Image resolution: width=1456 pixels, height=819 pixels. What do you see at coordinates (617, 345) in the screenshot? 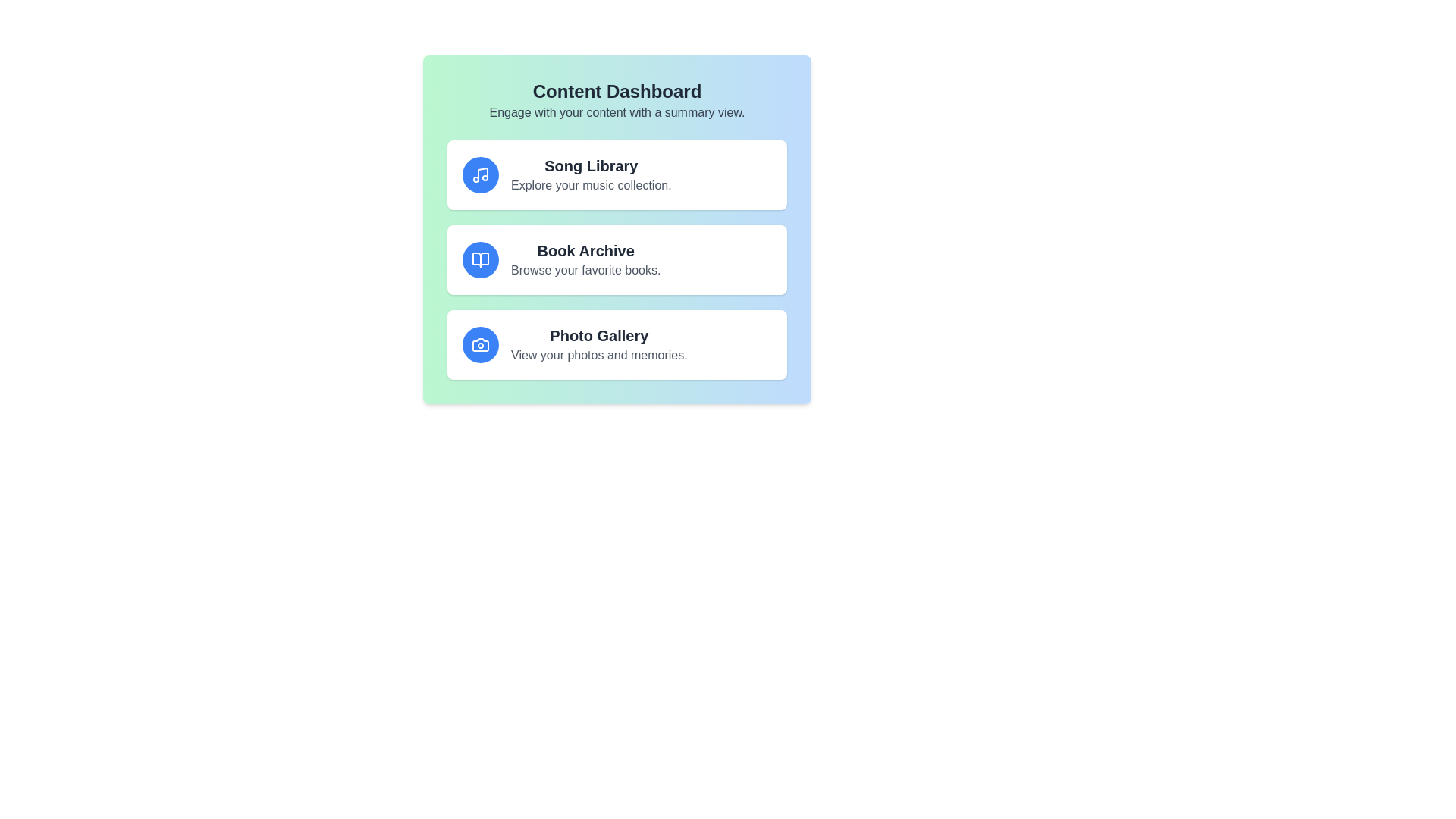
I see `the item Photo Gallery to see the hover effect` at bounding box center [617, 345].